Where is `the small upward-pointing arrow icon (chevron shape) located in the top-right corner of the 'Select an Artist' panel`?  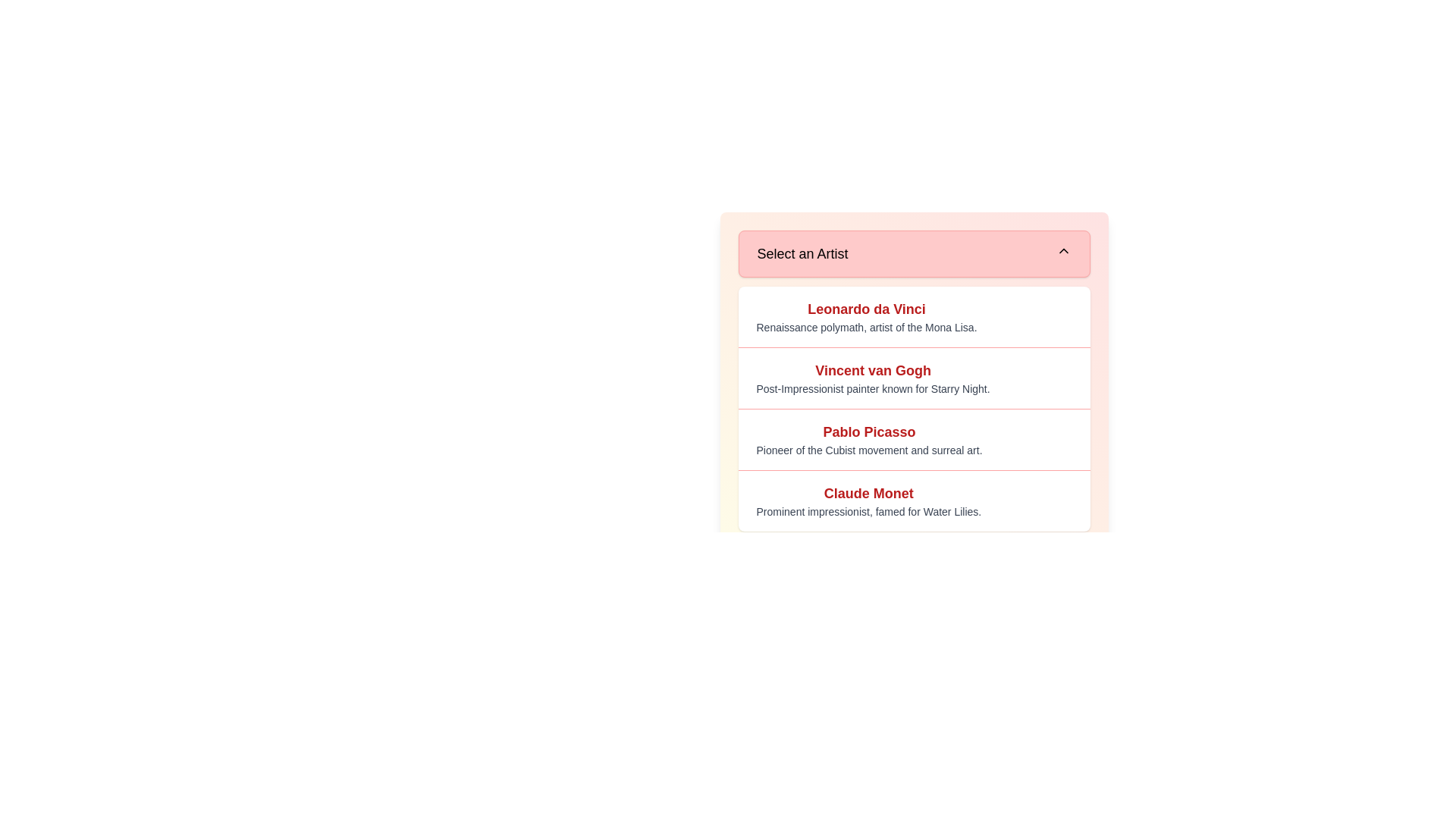 the small upward-pointing arrow icon (chevron shape) located in the top-right corner of the 'Select an Artist' panel is located at coordinates (1062, 250).